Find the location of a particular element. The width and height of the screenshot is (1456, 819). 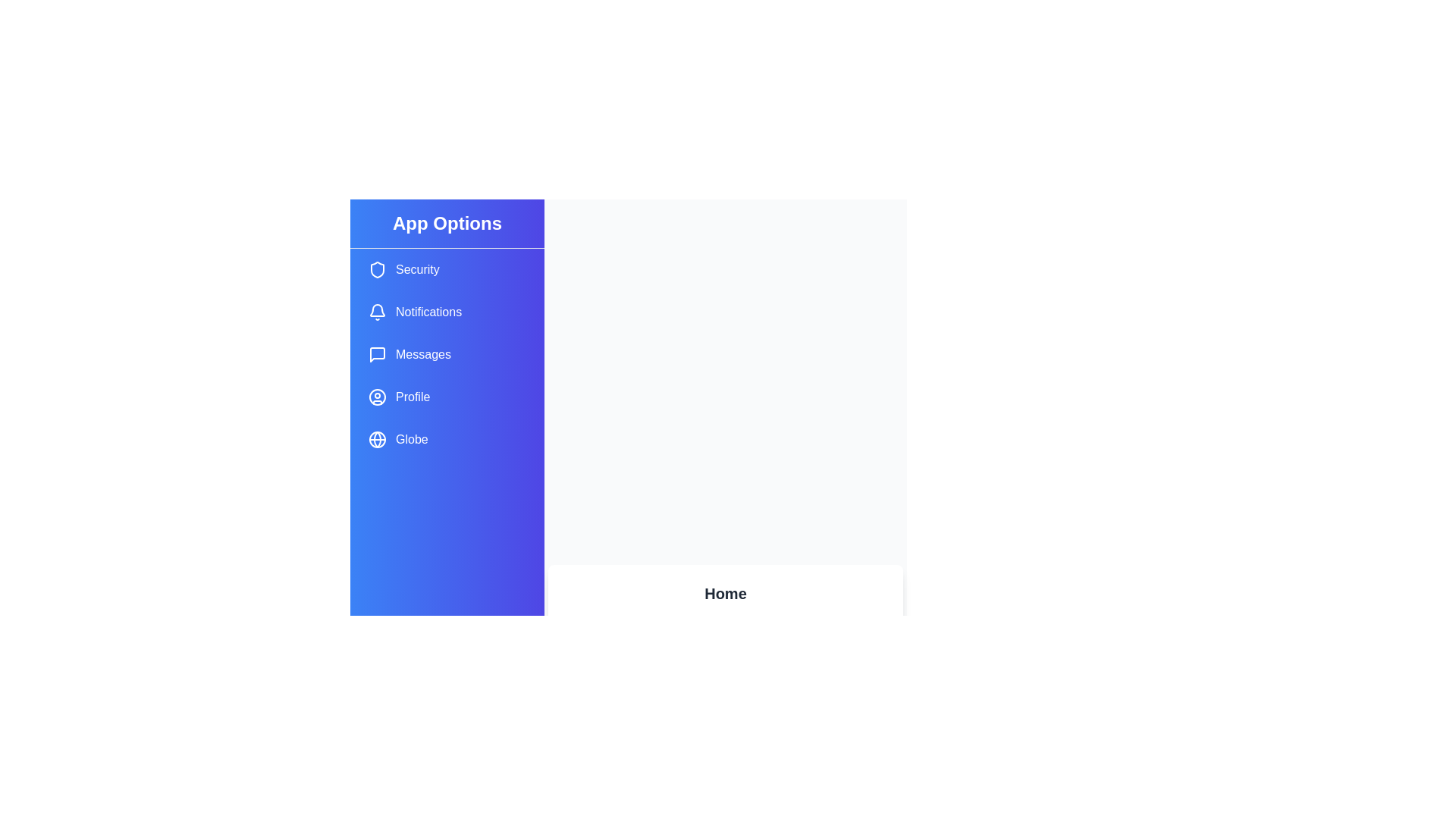

the sidebar's header text labeled 'App Options' is located at coordinates (447, 224).